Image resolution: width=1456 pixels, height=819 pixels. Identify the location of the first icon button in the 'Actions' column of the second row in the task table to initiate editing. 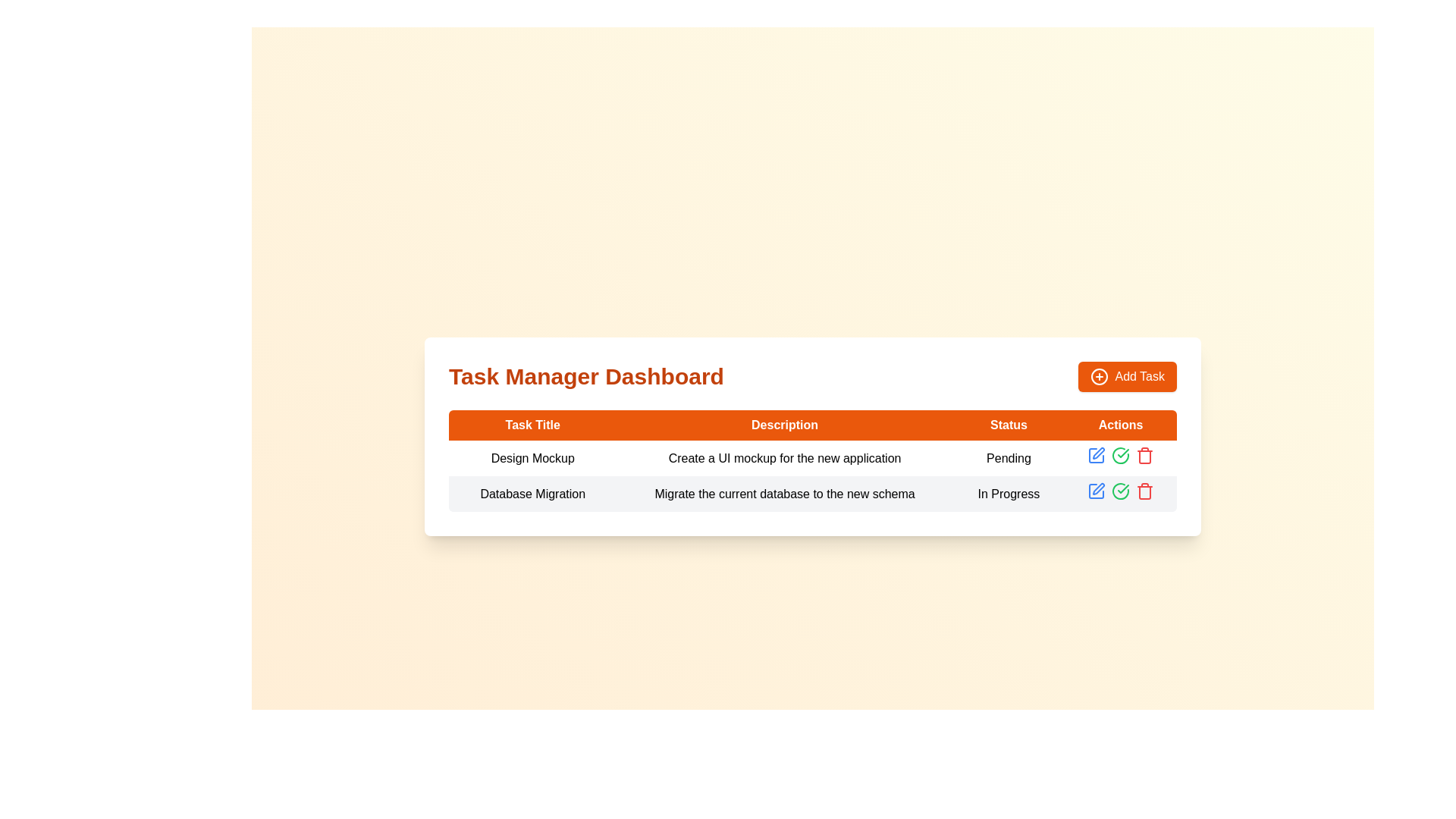
(1097, 491).